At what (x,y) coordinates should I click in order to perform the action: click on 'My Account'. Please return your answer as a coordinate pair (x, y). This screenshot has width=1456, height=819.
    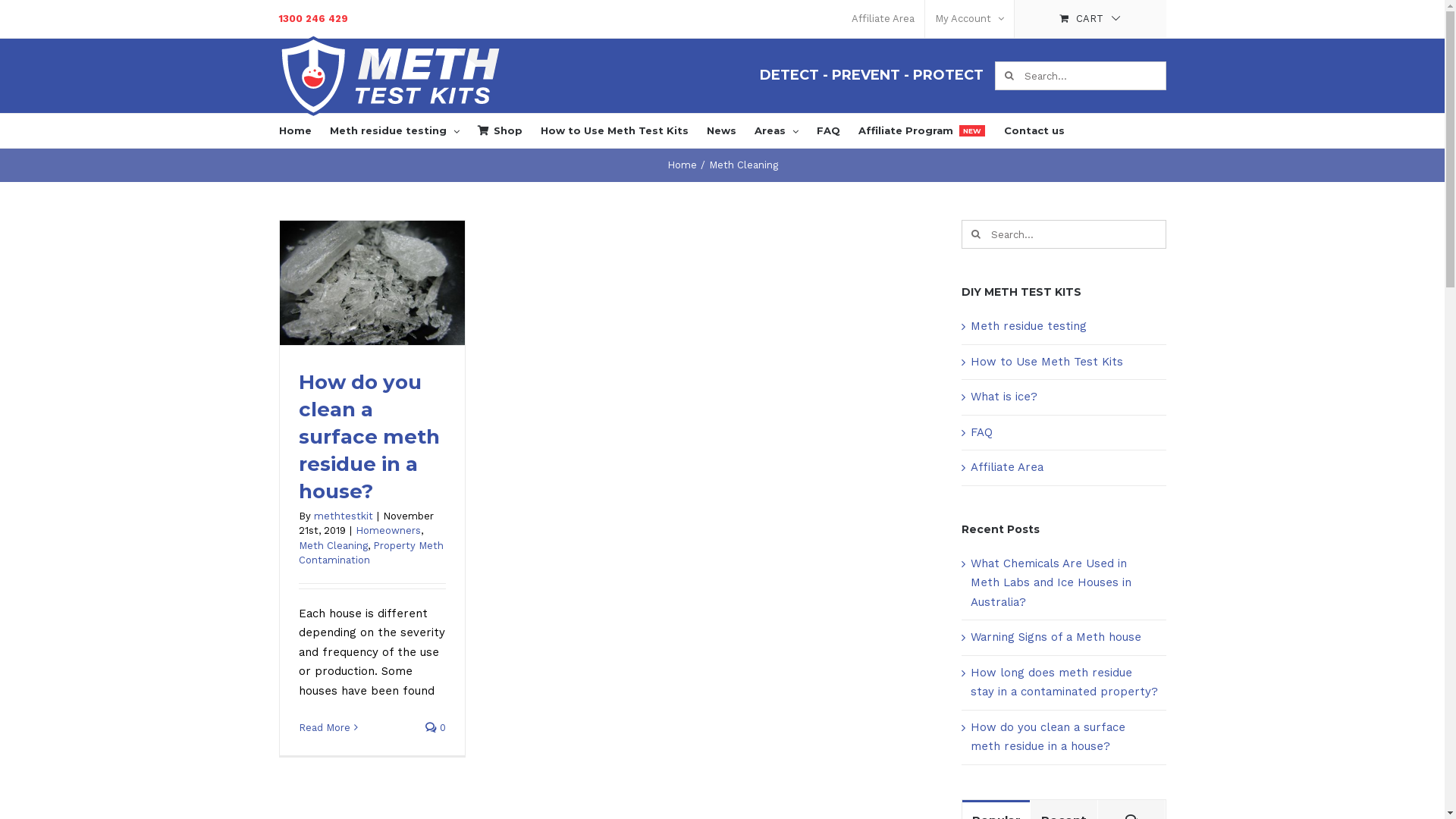
    Looking at the image, I should click on (924, 18).